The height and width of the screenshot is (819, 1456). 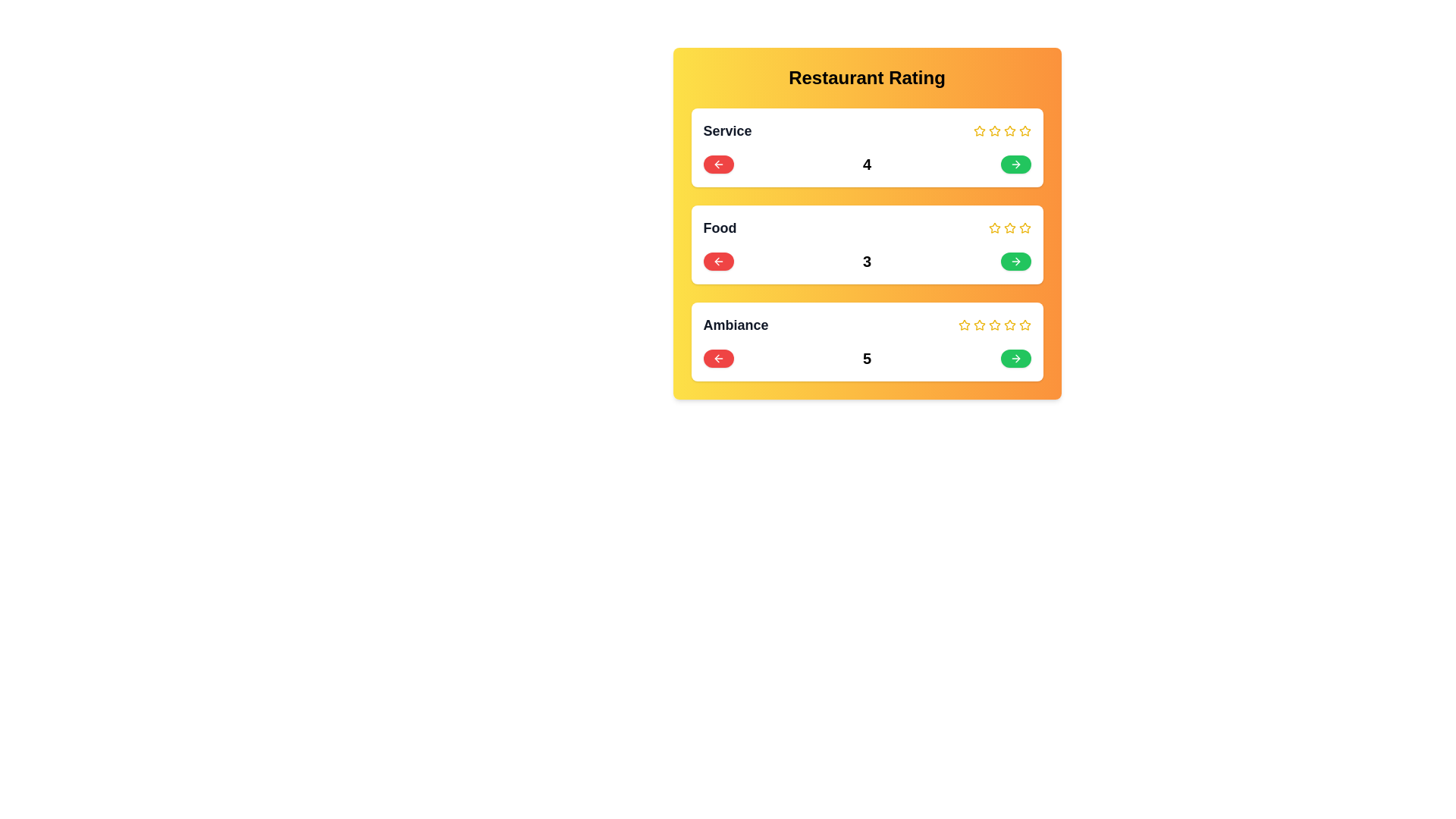 I want to click on the fifth star icon in the rating system located within the 'Food' card to set or indicate a rating value, so click(x=1025, y=227).